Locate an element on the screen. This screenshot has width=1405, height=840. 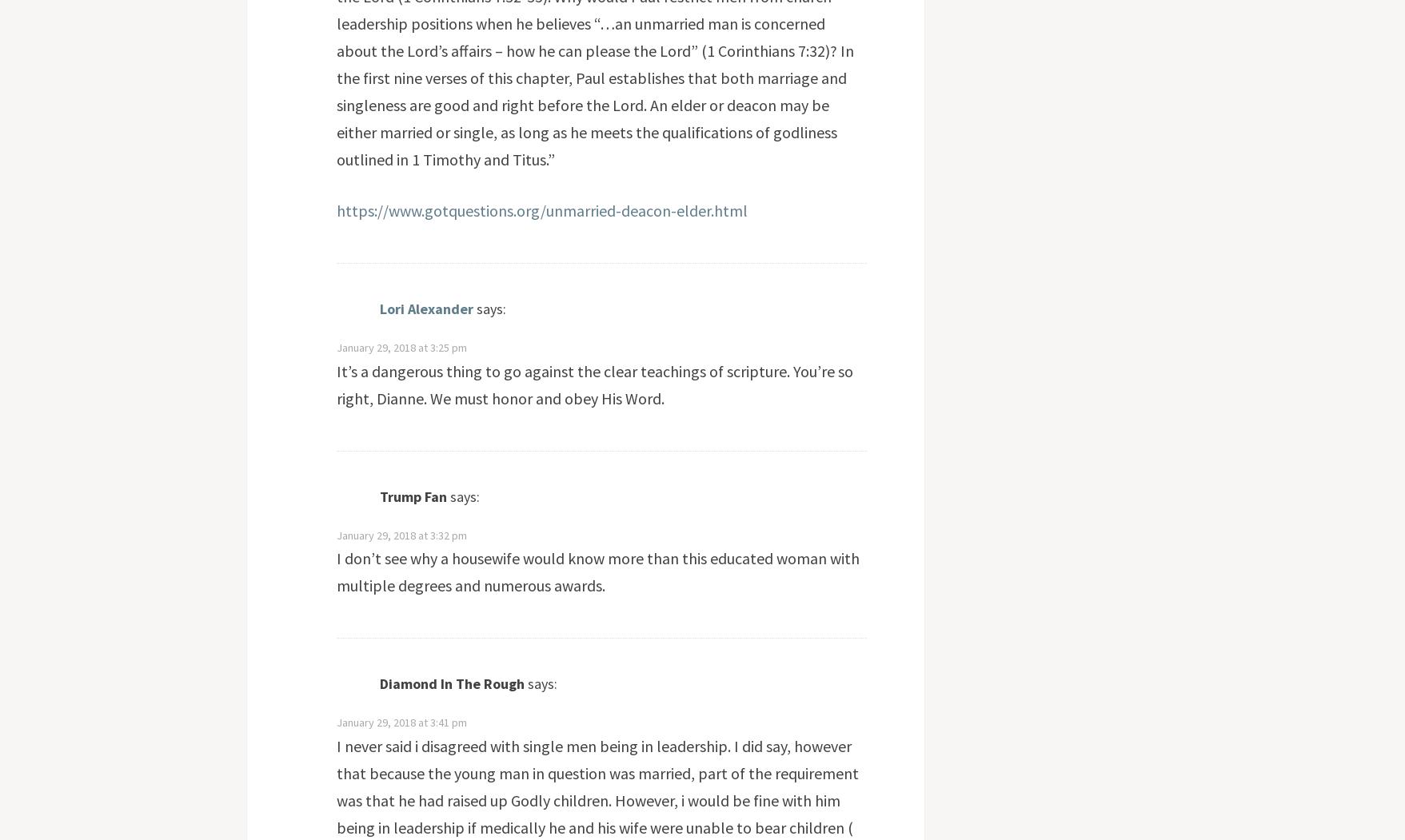
'I don’t see why a housewife would know more than this educated woman with multiple degrees and numerous awards.' is located at coordinates (597, 571).